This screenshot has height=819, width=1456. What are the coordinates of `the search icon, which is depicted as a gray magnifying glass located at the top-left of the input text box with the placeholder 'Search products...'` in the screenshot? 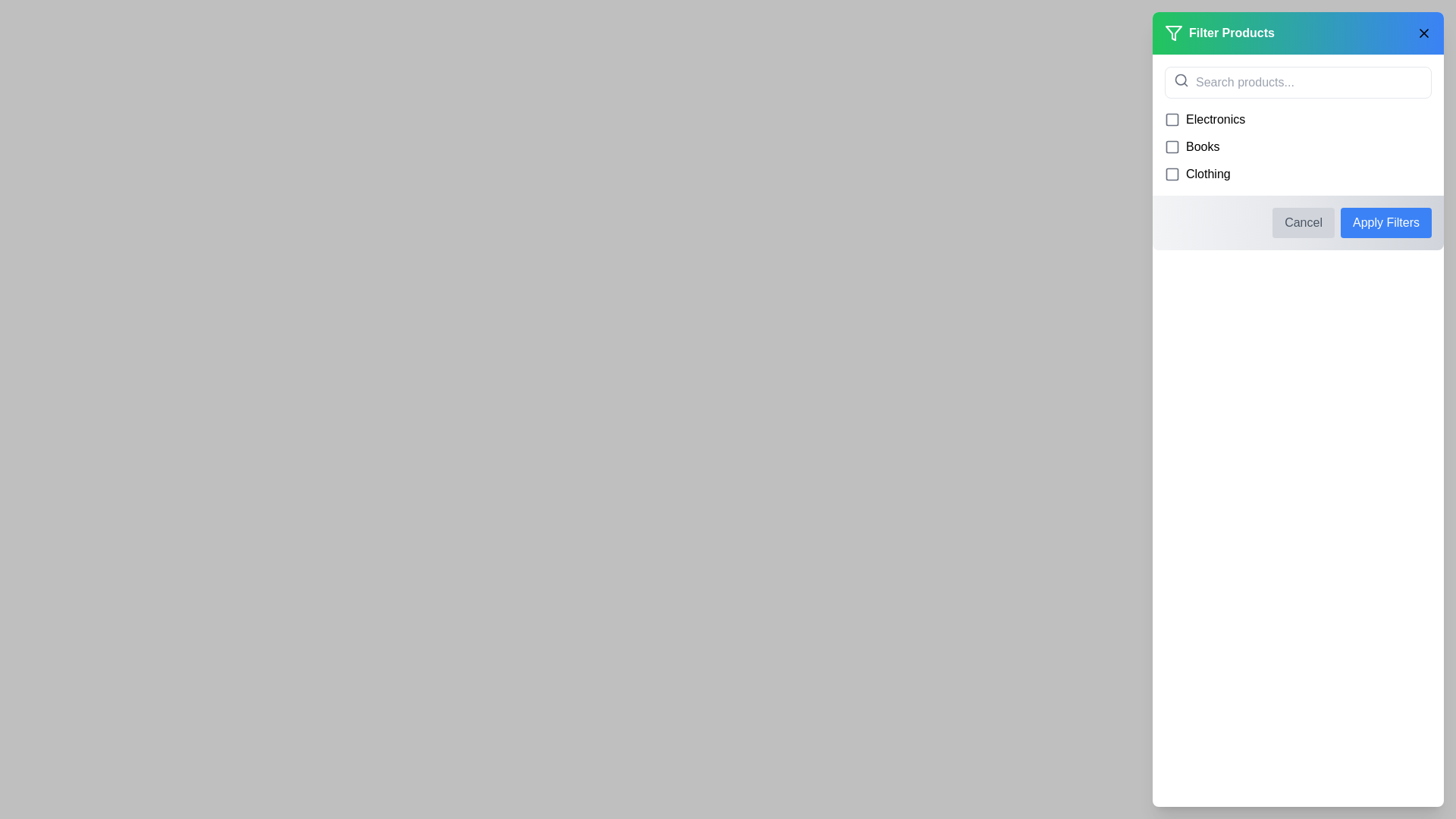 It's located at (1181, 80).